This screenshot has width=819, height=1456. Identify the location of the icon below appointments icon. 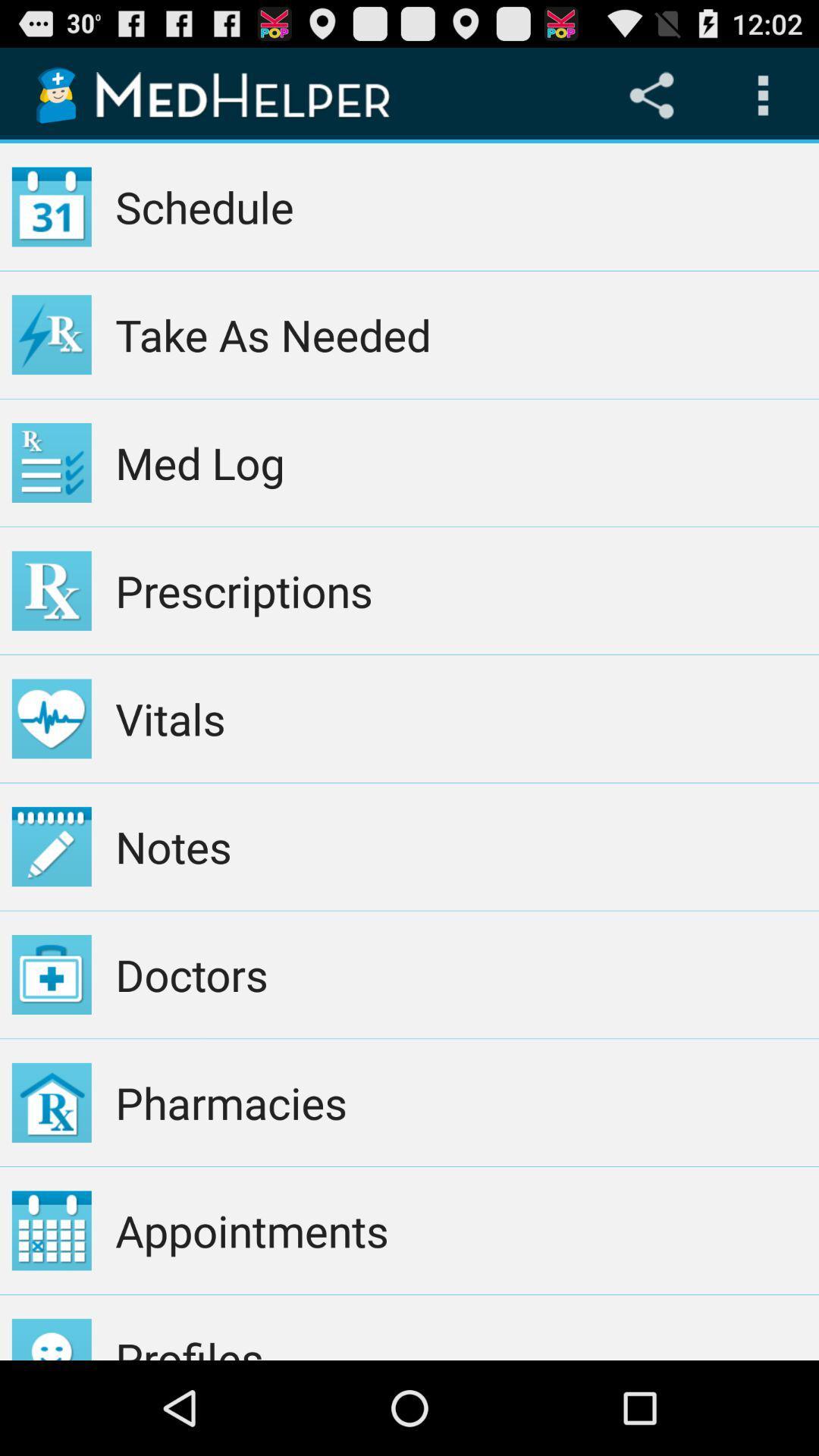
(460, 1326).